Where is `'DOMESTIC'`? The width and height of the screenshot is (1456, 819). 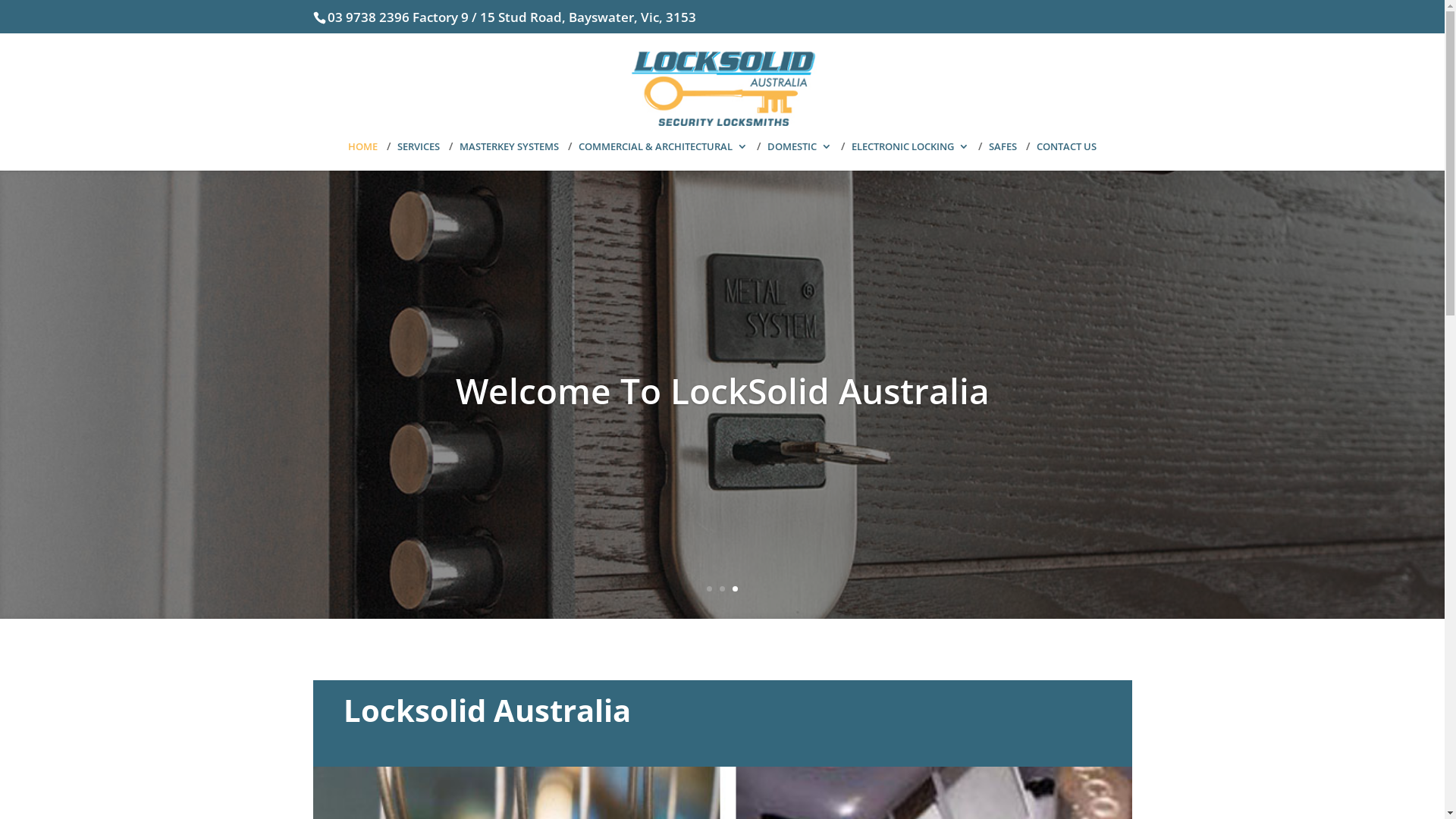
'DOMESTIC' is located at coordinates (799, 155).